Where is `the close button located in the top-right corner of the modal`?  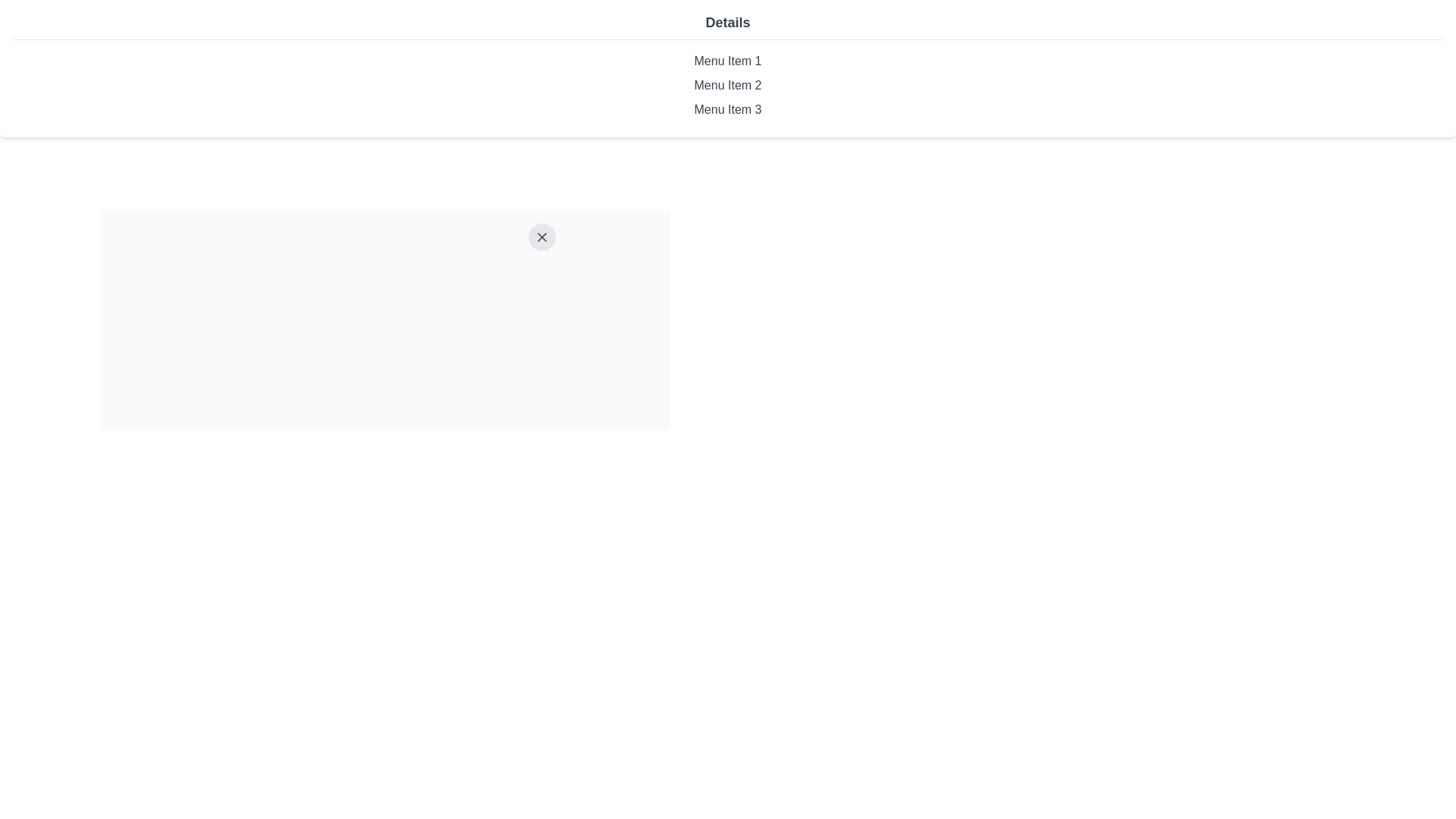
the close button located in the top-right corner of the modal is located at coordinates (541, 237).